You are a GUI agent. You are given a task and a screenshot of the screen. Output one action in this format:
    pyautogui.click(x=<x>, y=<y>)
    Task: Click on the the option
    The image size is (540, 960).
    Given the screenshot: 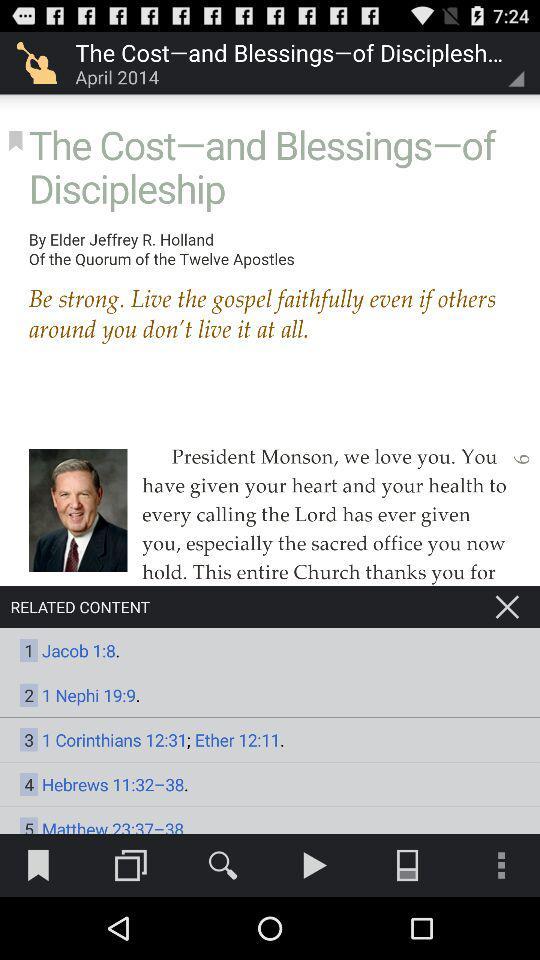 What is the action you would take?
    pyautogui.click(x=507, y=606)
    